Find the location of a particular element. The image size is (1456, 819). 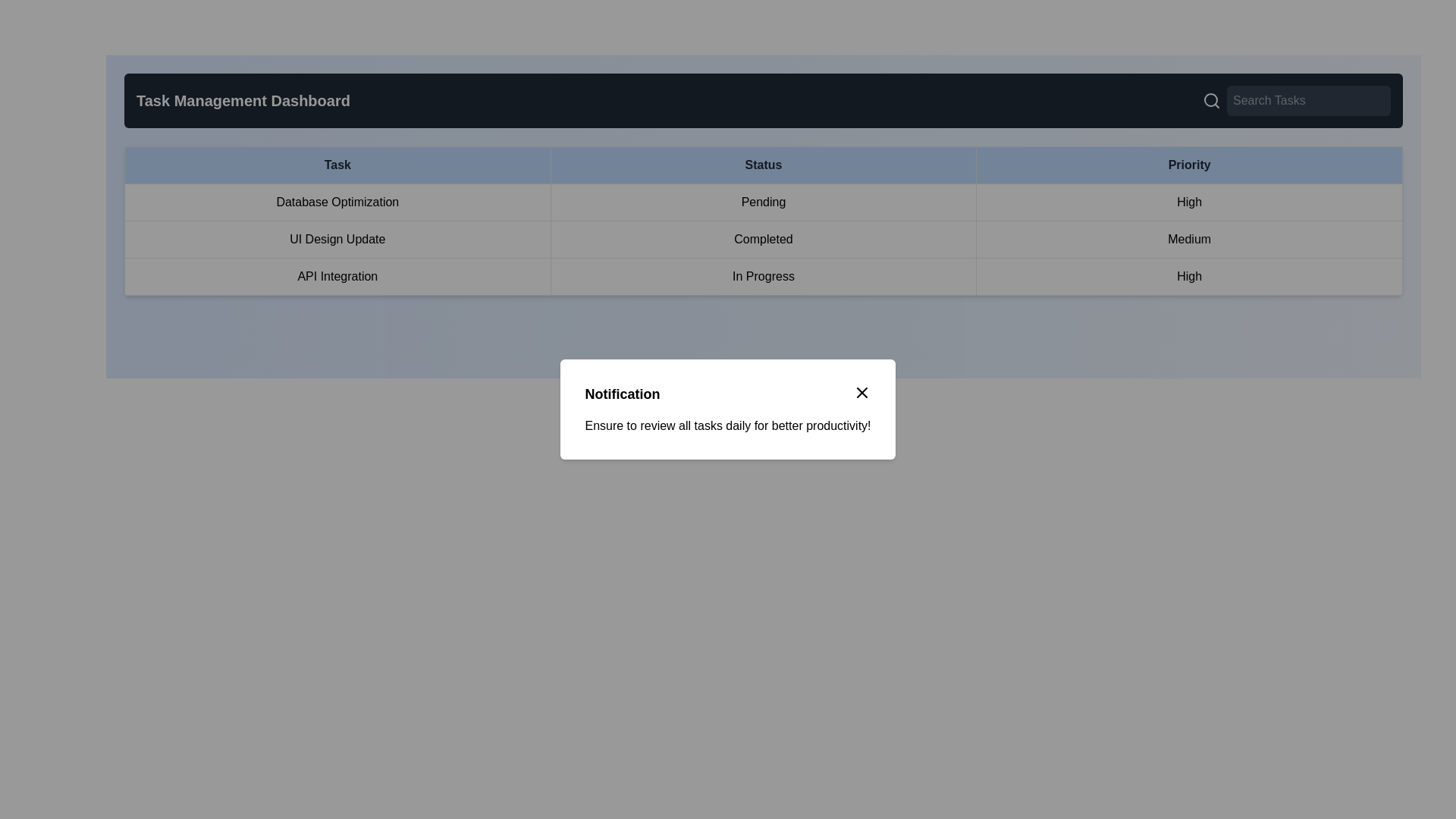

the 'Status' cell of the 'API Integration' task is located at coordinates (764, 277).